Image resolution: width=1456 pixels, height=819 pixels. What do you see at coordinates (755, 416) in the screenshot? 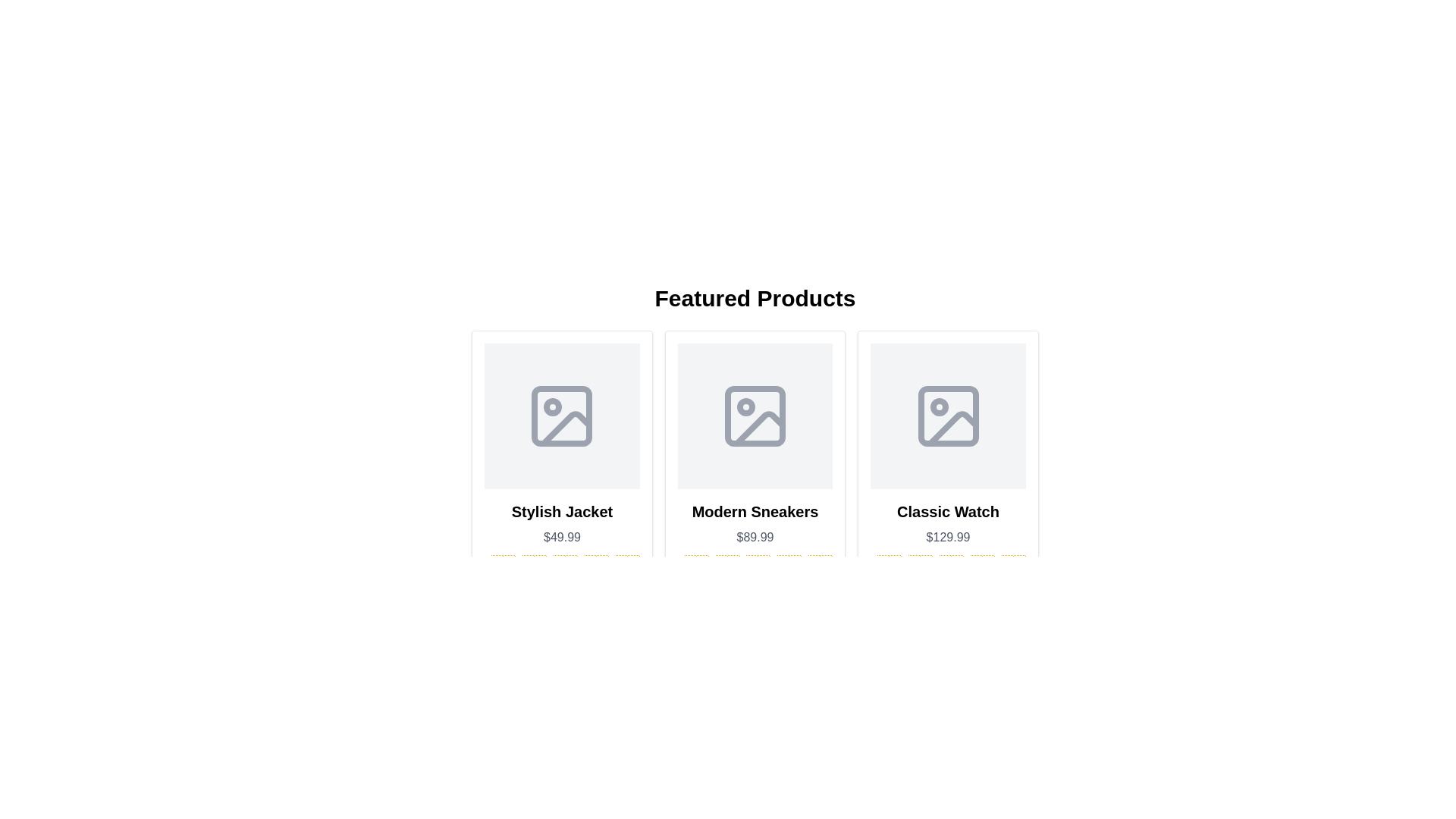
I see `the Decorative SVG rectangle with rounded corners located at the top-center of the 'Modern Sneakers' product card` at bounding box center [755, 416].